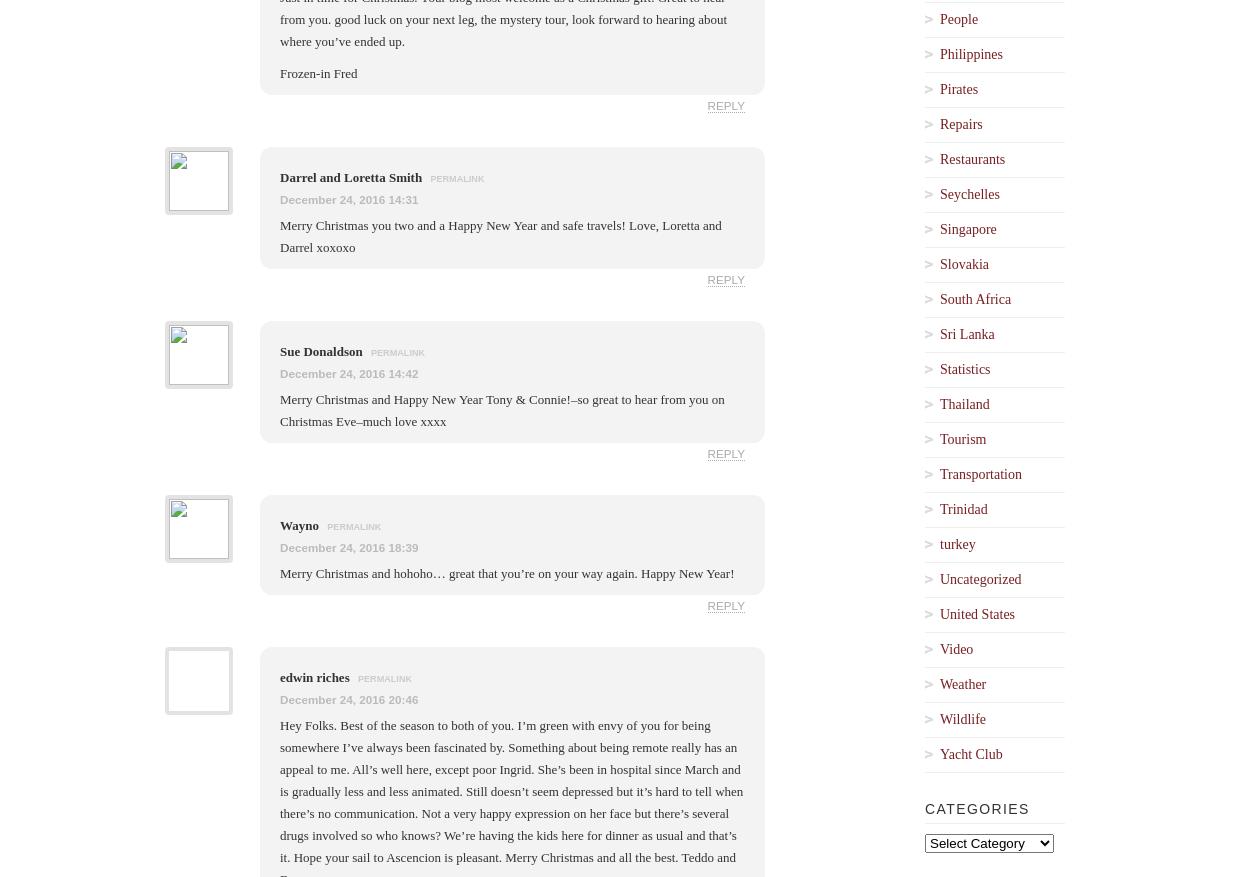  Describe the element at coordinates (348, 698) in the screenshot. I see `'December 24, 2016 20:46'` at that location.